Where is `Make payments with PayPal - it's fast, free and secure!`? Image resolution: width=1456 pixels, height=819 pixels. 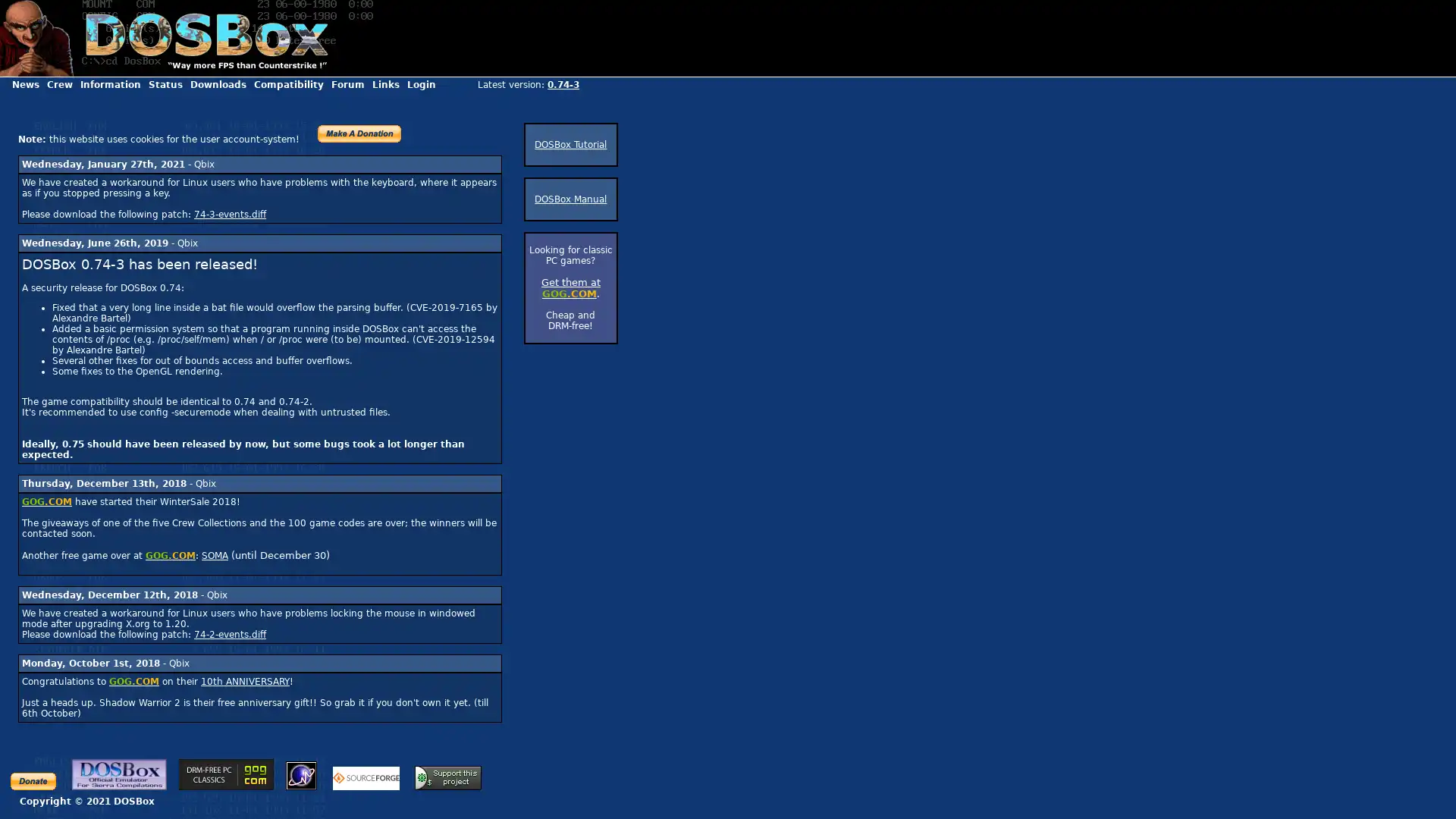 Make payments with PayPal - it's fast, free and secure! is located at coordinates (33, 781).